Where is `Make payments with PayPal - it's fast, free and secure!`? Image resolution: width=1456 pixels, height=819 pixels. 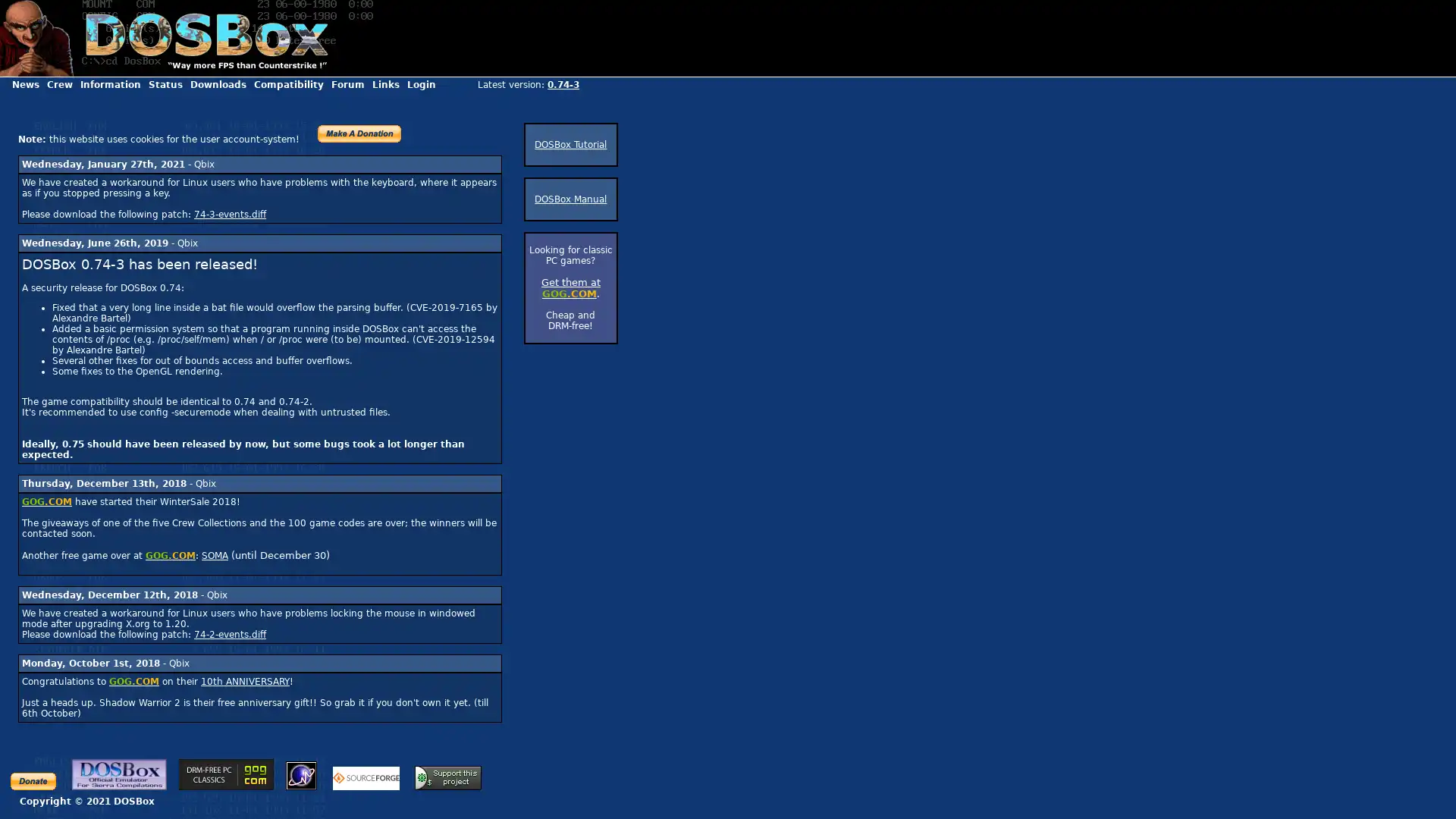 Make payments with PayPal - it's fast, free and secure! is located at coordinates (33, 781).